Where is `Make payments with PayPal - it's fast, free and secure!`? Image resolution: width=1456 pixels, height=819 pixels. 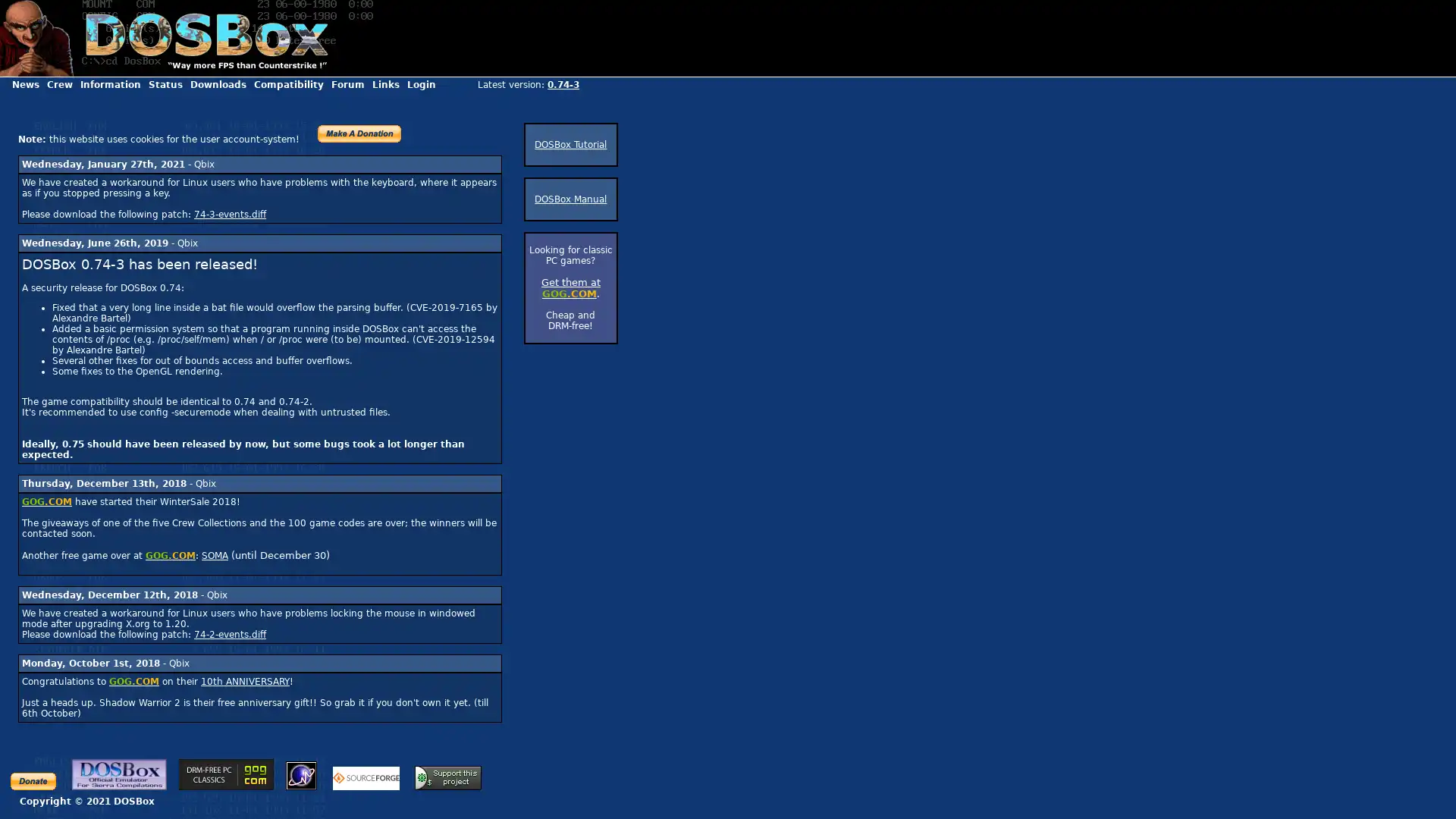 Make payments with PayPal - it's fast, free and secure! is located at coordinates (33, 781).